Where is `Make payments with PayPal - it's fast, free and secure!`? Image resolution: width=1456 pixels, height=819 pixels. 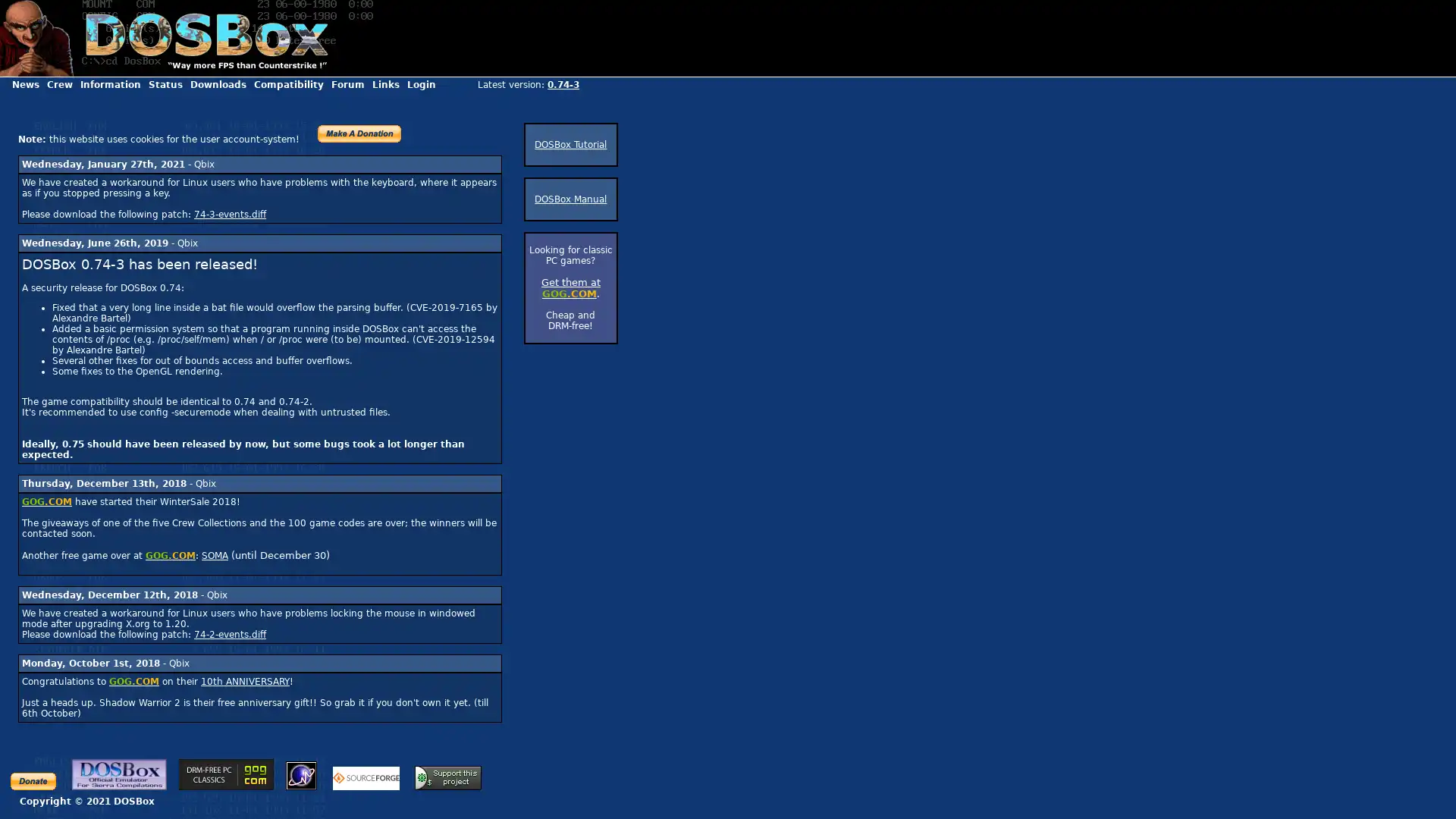 Make payments with PayPal - it's fast, free and secure! is located at coordinates (33, 781).